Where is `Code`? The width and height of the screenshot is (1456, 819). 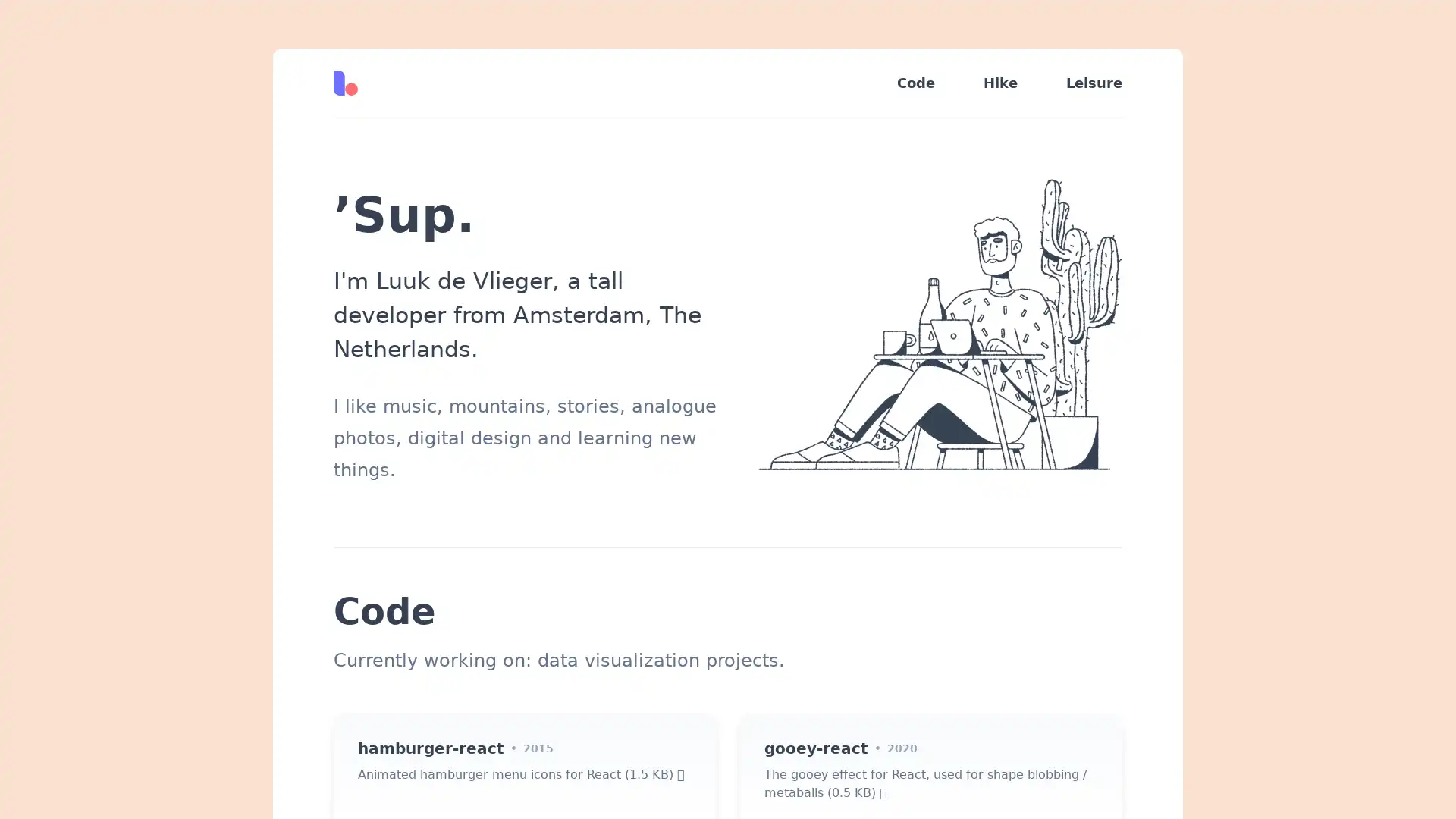
Code is located at coordinates (915, 83).